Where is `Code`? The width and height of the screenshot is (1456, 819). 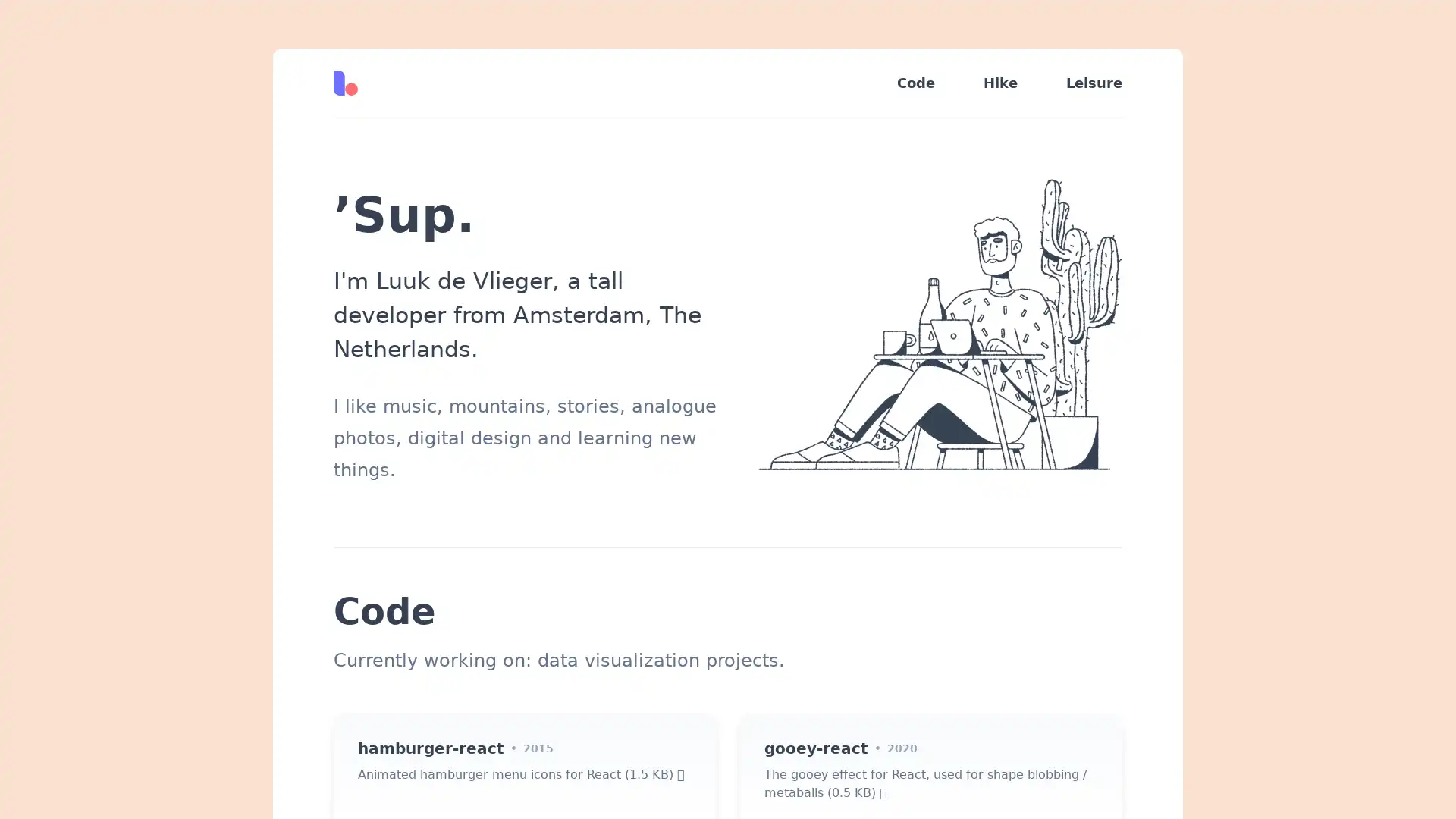
Code is located at coordinates (915, 83).